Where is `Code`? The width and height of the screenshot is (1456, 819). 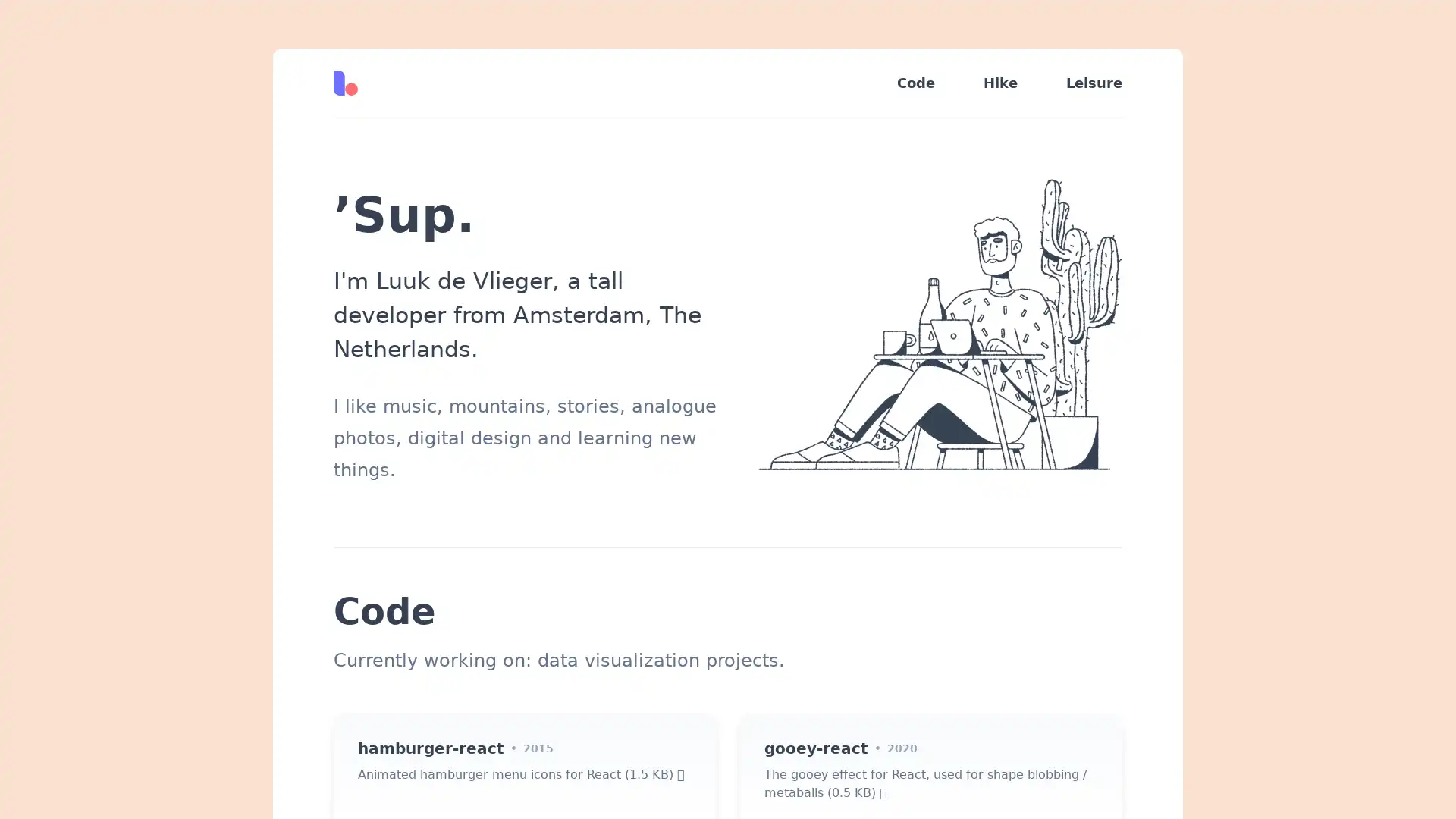
Code is located at coordinates (915, 83).